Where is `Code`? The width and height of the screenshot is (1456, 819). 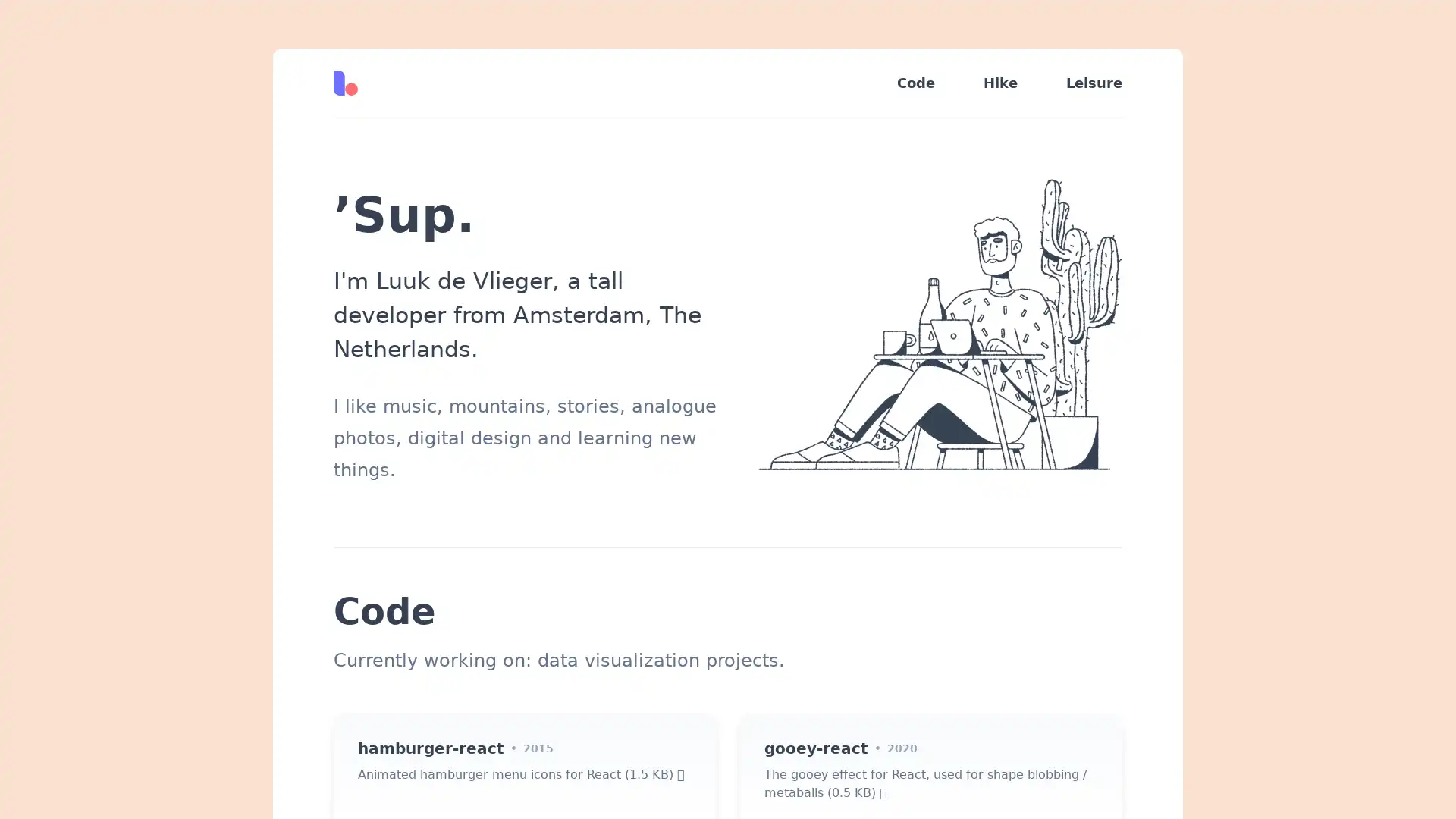
Code is located at coordinates (915, 83).